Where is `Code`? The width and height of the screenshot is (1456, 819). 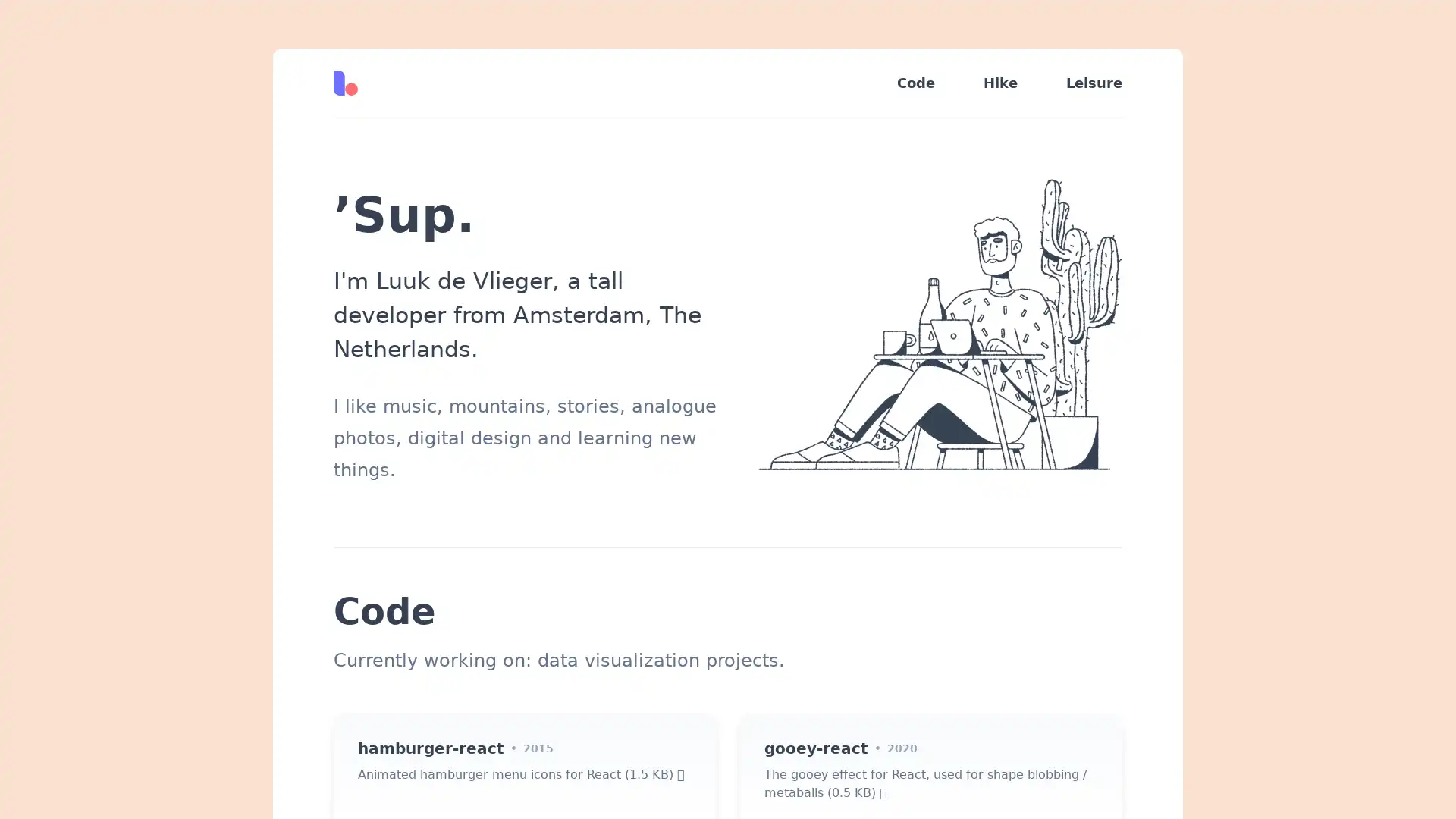
Code is located at coordinates (915, 83).